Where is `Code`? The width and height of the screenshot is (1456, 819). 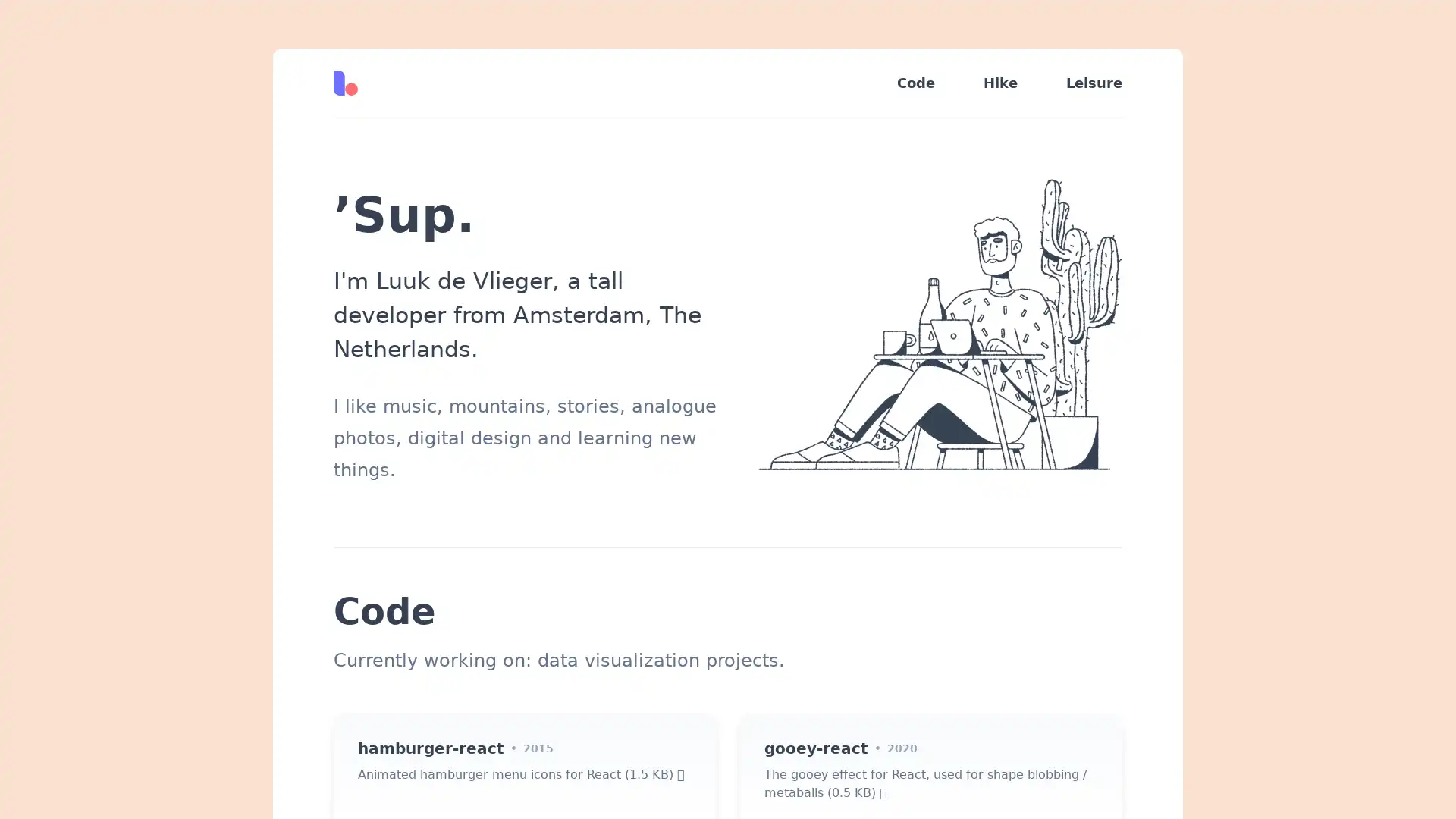
Code is located at coordinates (915, 83).